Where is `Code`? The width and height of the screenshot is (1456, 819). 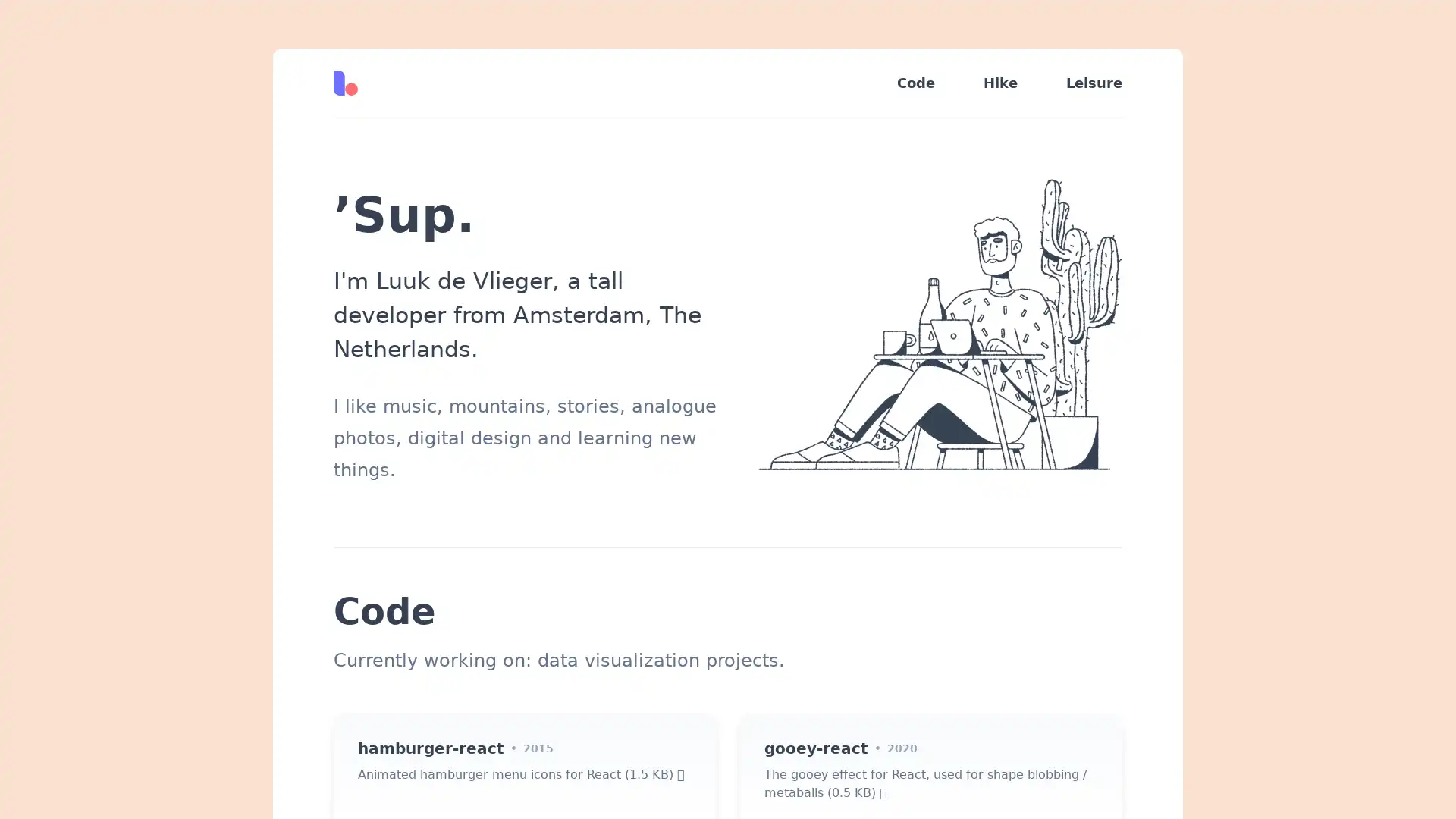
Code is located at coordinates (915, 83).